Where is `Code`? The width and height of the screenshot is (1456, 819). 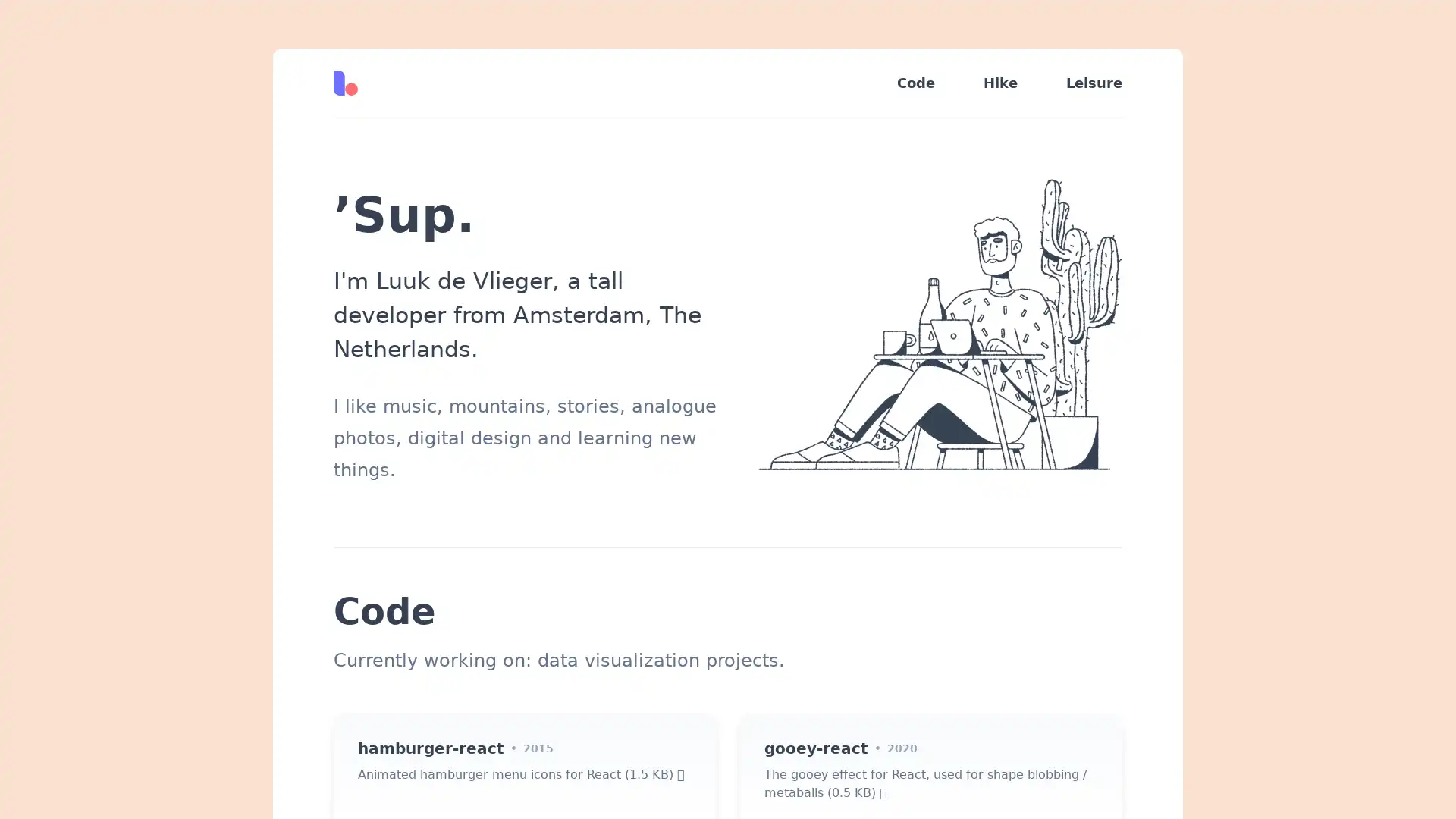
Code is located at coordinates (915, 83).